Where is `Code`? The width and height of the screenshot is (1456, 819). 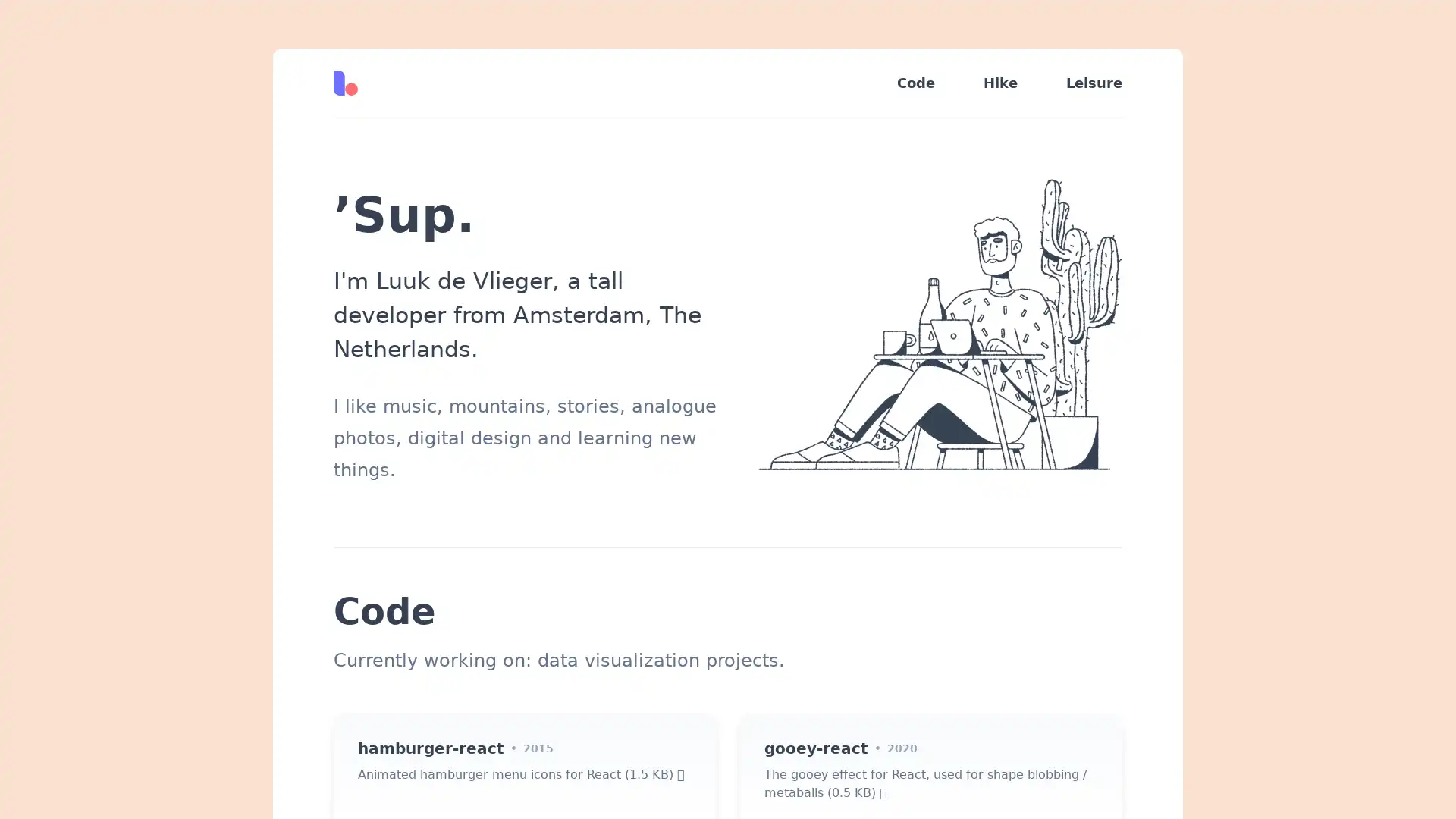
Code is located at coordinates (915, 83).